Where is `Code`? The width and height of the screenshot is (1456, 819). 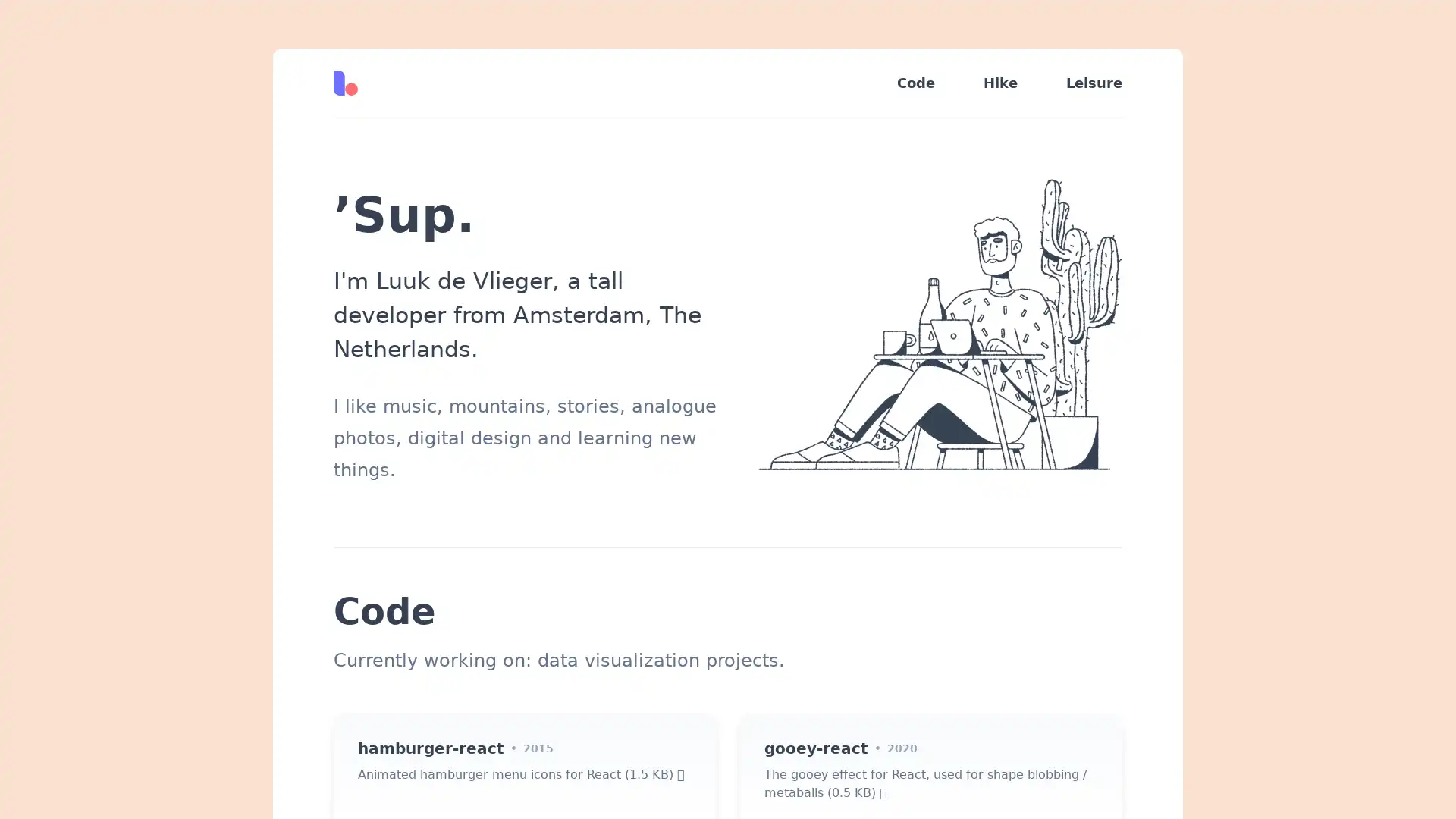
Code is located at coordinates (915, 83).